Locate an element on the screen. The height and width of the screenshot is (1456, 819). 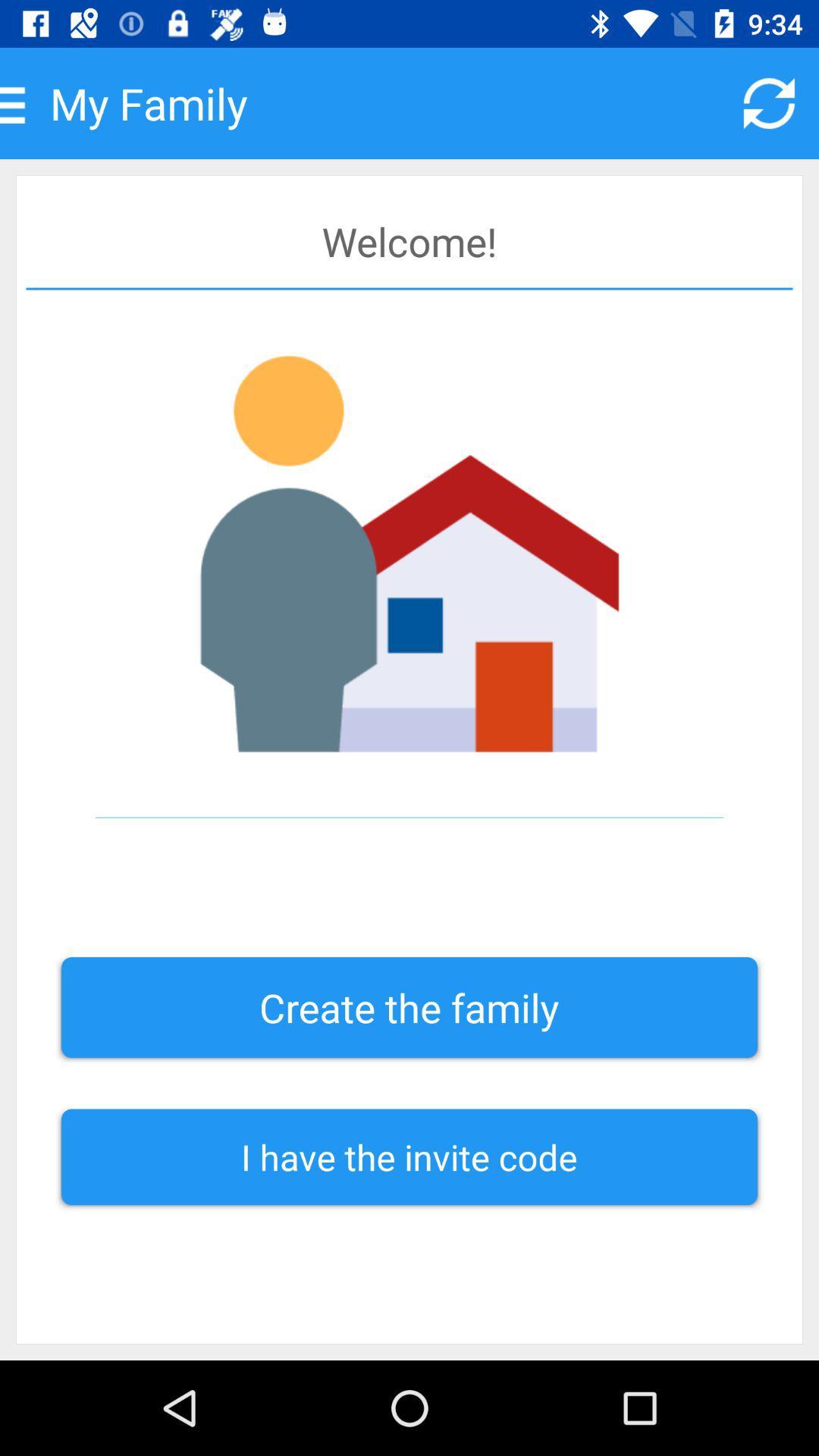
the item at the top right corner is located at coordinates (769, 102).